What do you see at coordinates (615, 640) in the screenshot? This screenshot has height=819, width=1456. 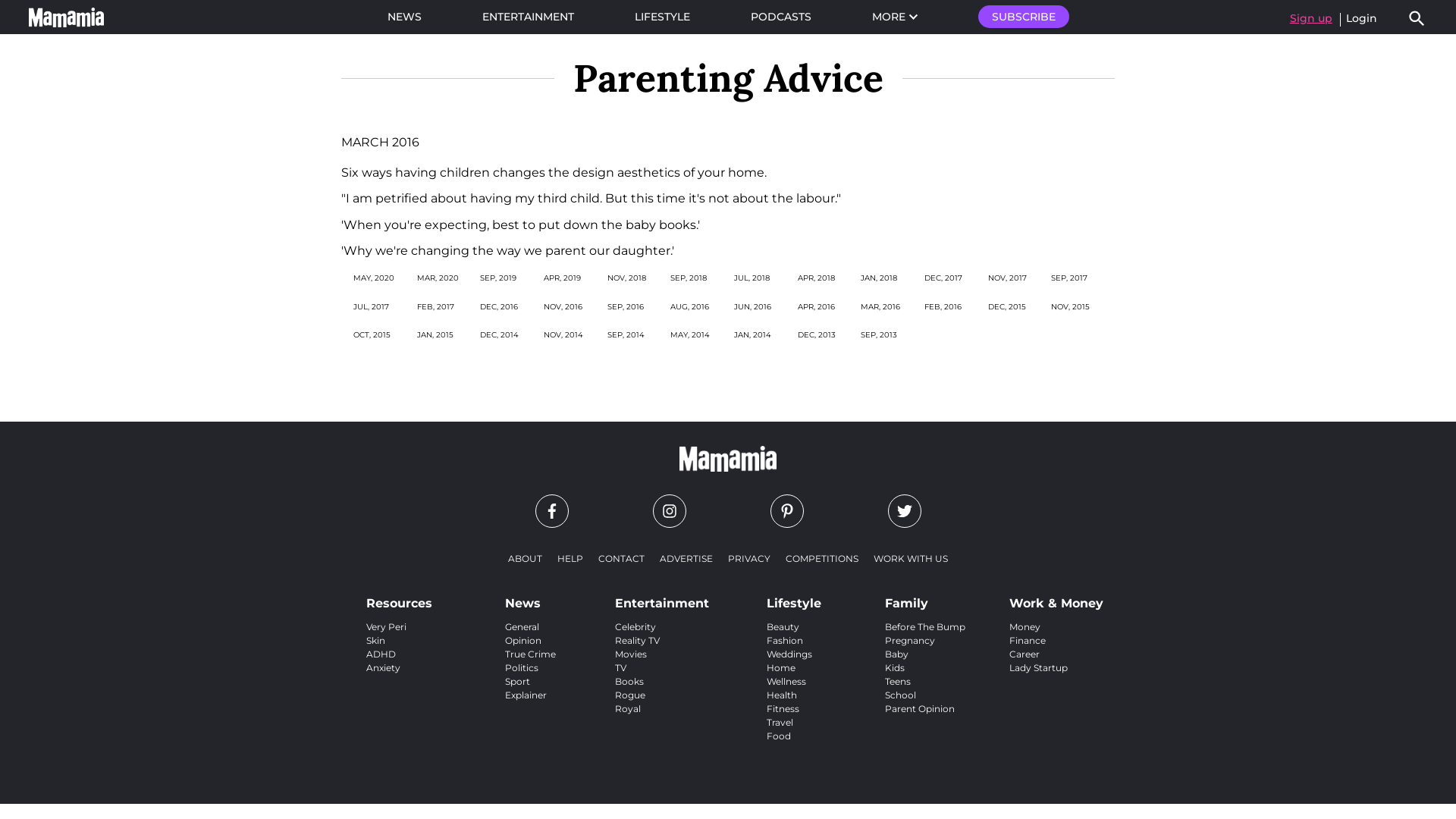 I see `'Reality TV'` at bounding box center [615, 640].